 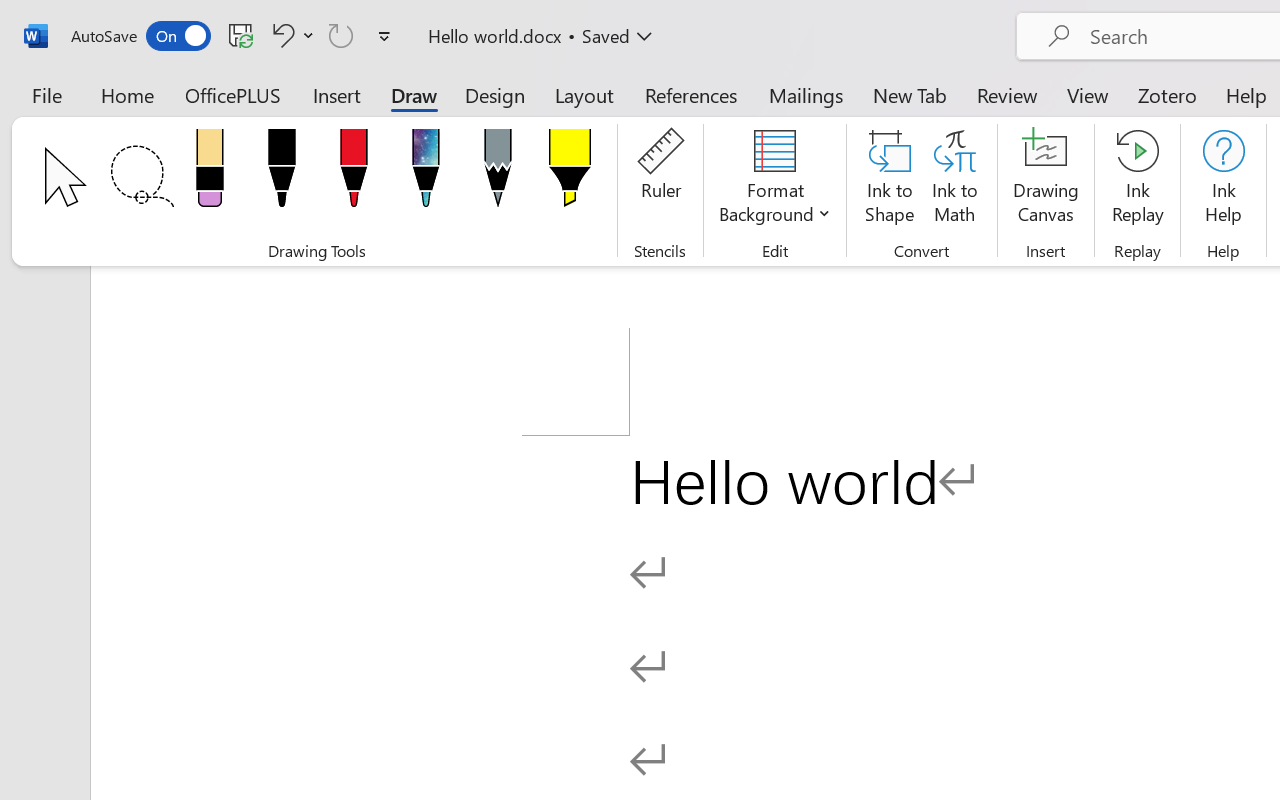 What do you see at coordinates (568, 173) in the screenshot?
I see `'Highlighter: Yellow, 6 mm'` at bounding box center [568, 173].